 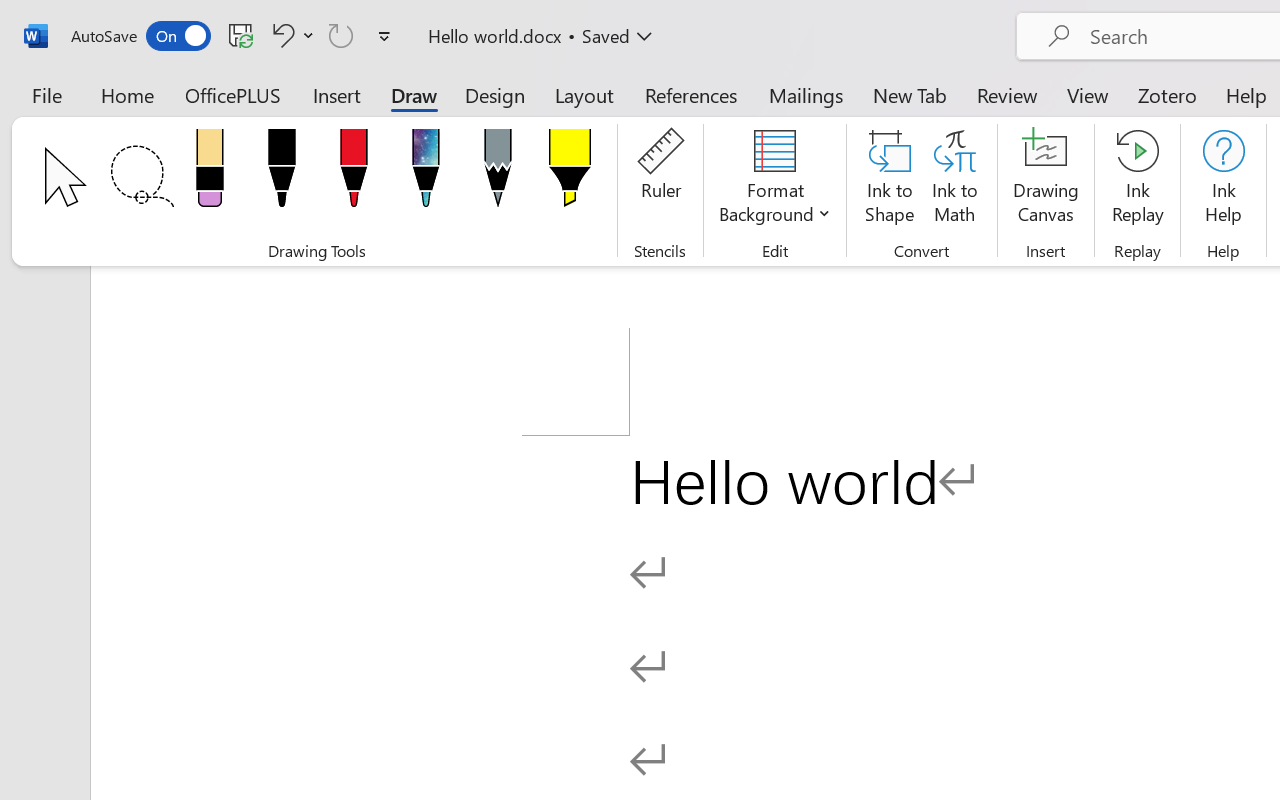 What do you see at coordinates (568, 173) in the screenshot?
I see `'Highlighter: Yellow, 6 mm'` at bounding box center [568, 173].